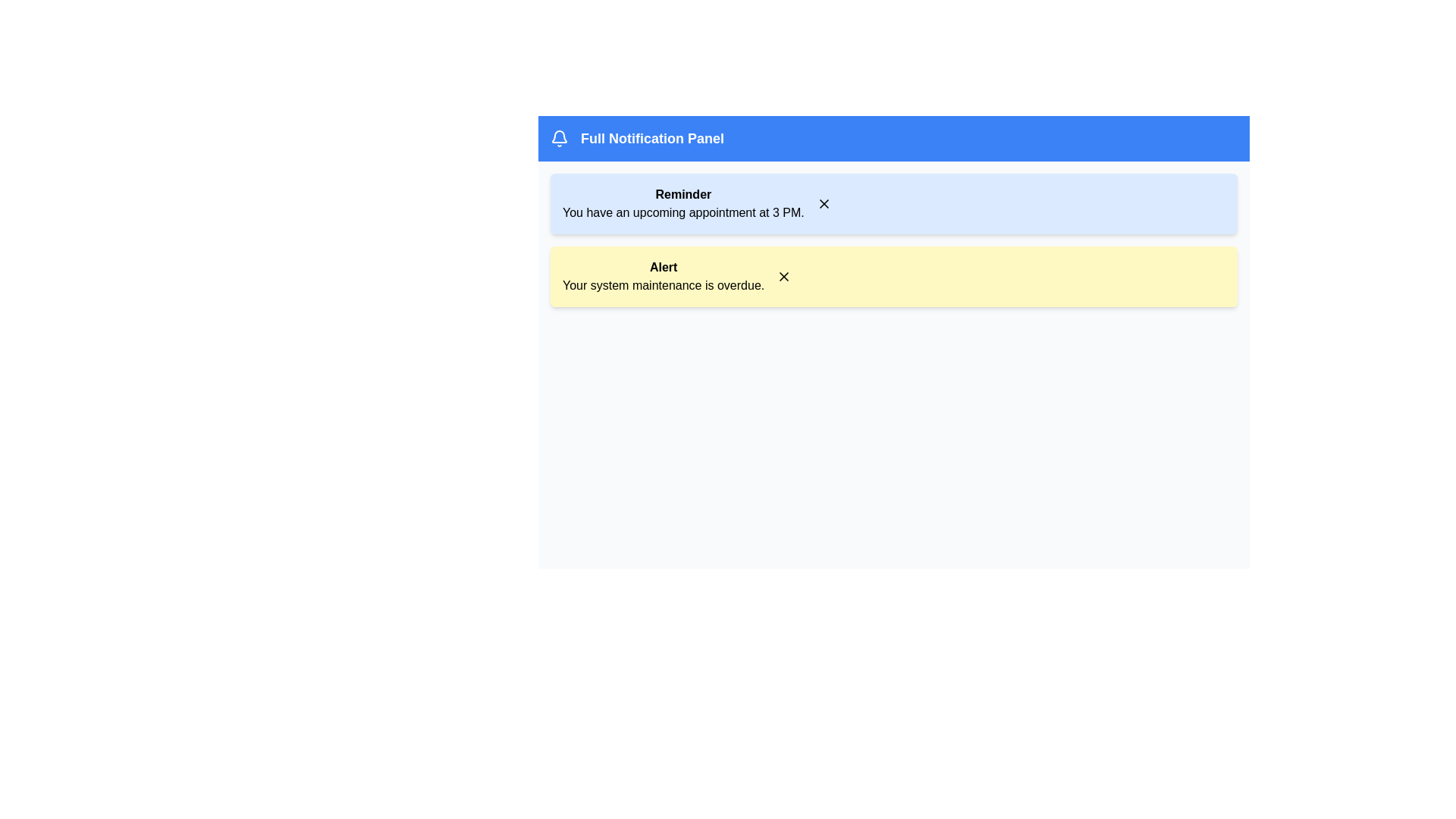  Describe the element at coordinates (784, 277) in the screenshot. I see `the close button represented as a small 'X' icon in the top-right corner of the yellow notification block titled 'Alert'` at that location.